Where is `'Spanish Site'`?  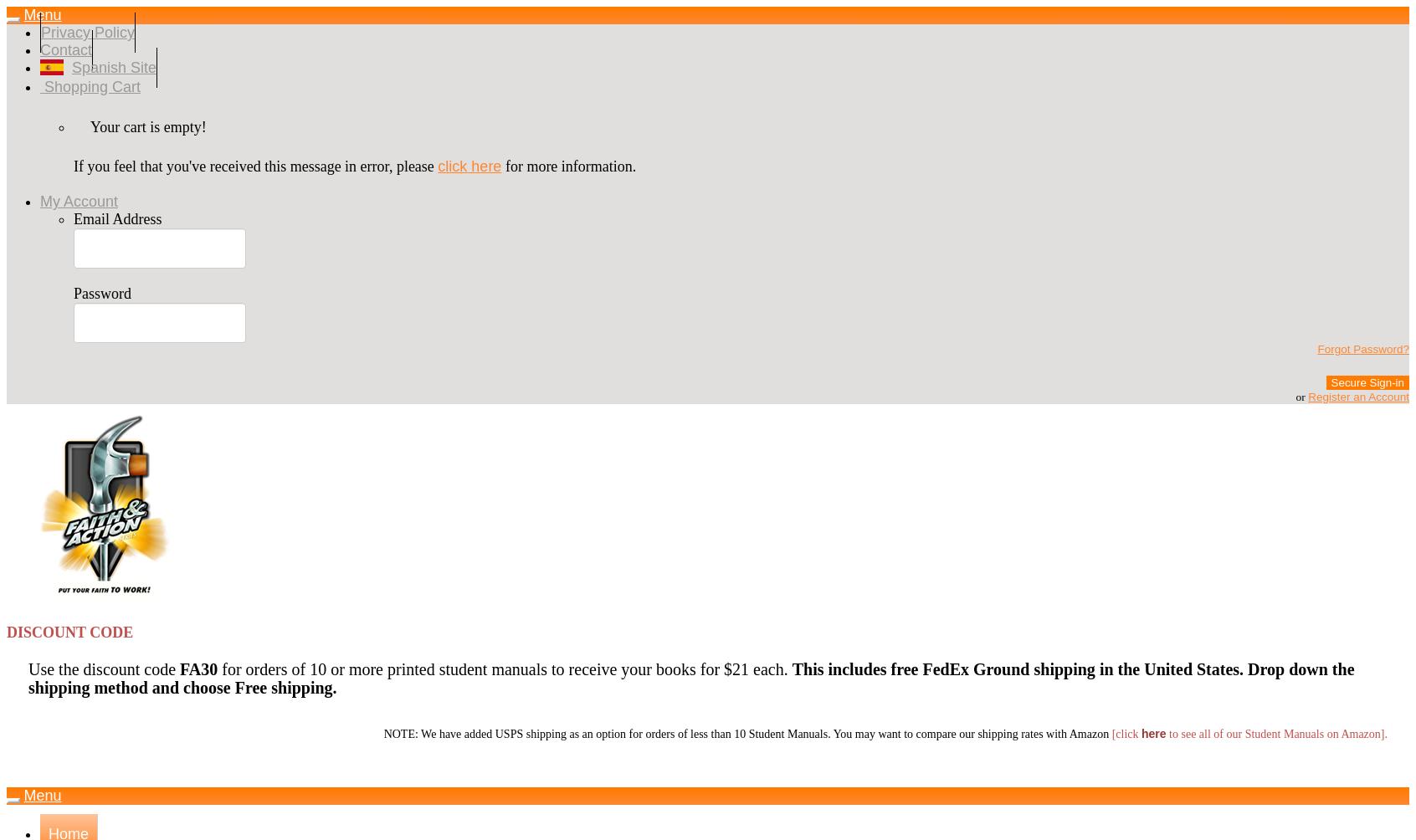 'Spanish Site' is located at coordinates (114, 68).